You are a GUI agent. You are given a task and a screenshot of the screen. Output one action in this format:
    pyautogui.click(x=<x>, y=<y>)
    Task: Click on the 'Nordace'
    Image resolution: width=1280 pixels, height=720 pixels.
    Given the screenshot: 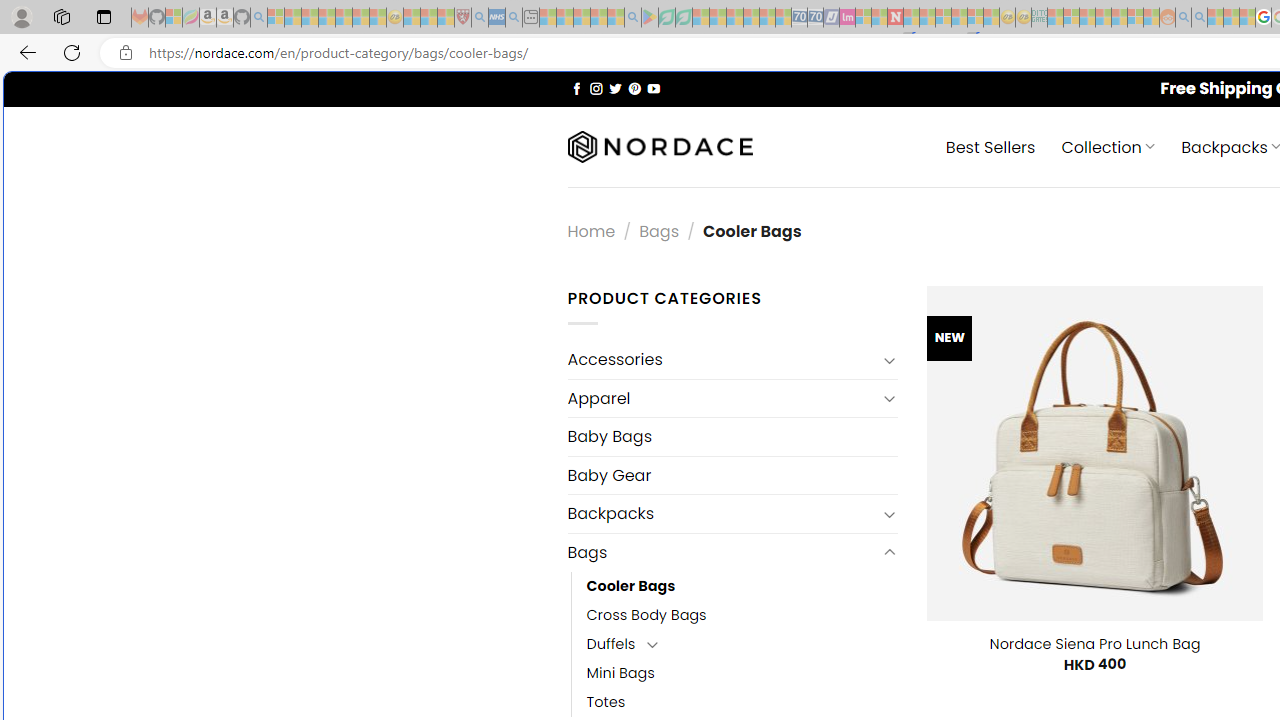 What is the action you would take?
    pyautogui.click(x=659, y=146)
    